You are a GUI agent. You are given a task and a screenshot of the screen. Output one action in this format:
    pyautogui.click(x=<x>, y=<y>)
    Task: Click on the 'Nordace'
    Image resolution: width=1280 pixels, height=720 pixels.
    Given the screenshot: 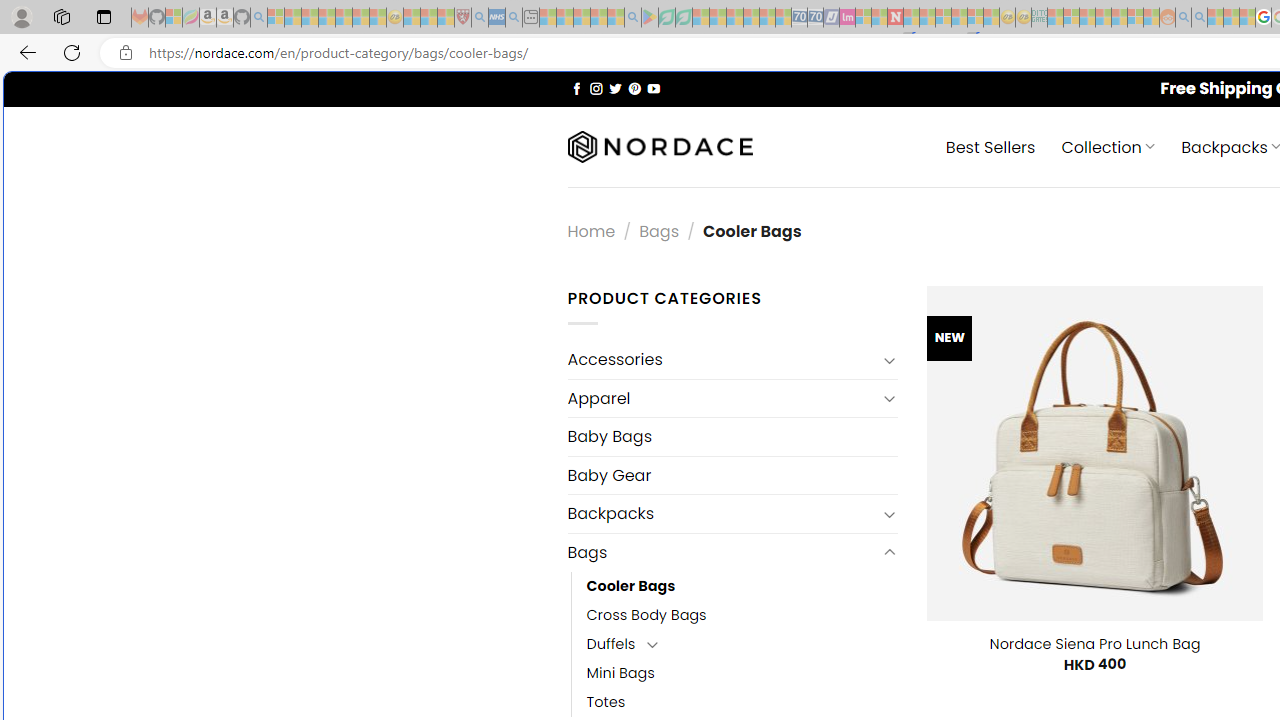 What is the action you would take?
    pyautogui.click(x=659, y=146)
    